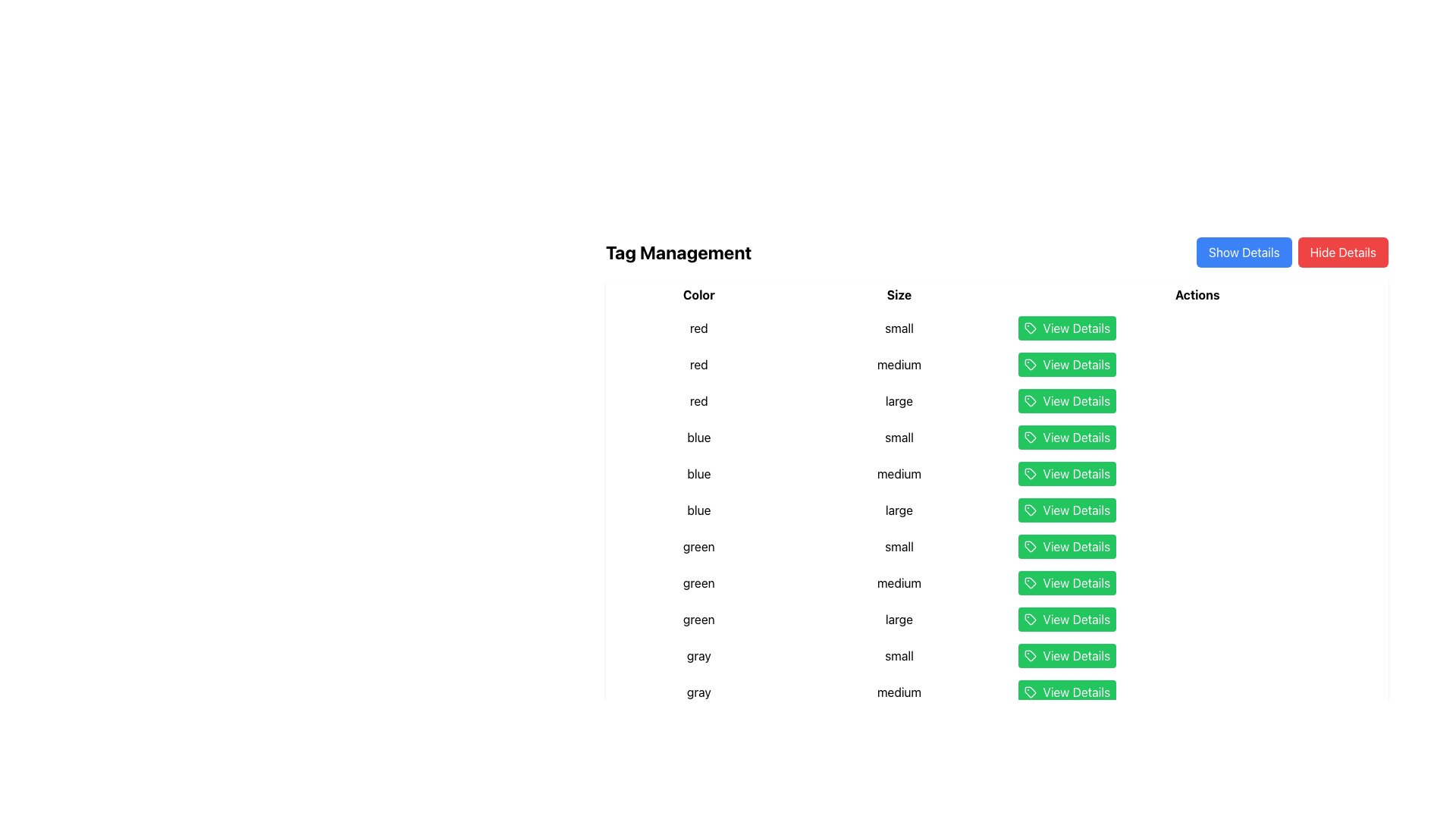  What do you see at coordinates (1030, 365) in the screenshot?
I see `the green rectangular button labeled 'View Details' that contains the tag icon on its left side to interact with the tagging functionality` at bounding box center [1030, 365].